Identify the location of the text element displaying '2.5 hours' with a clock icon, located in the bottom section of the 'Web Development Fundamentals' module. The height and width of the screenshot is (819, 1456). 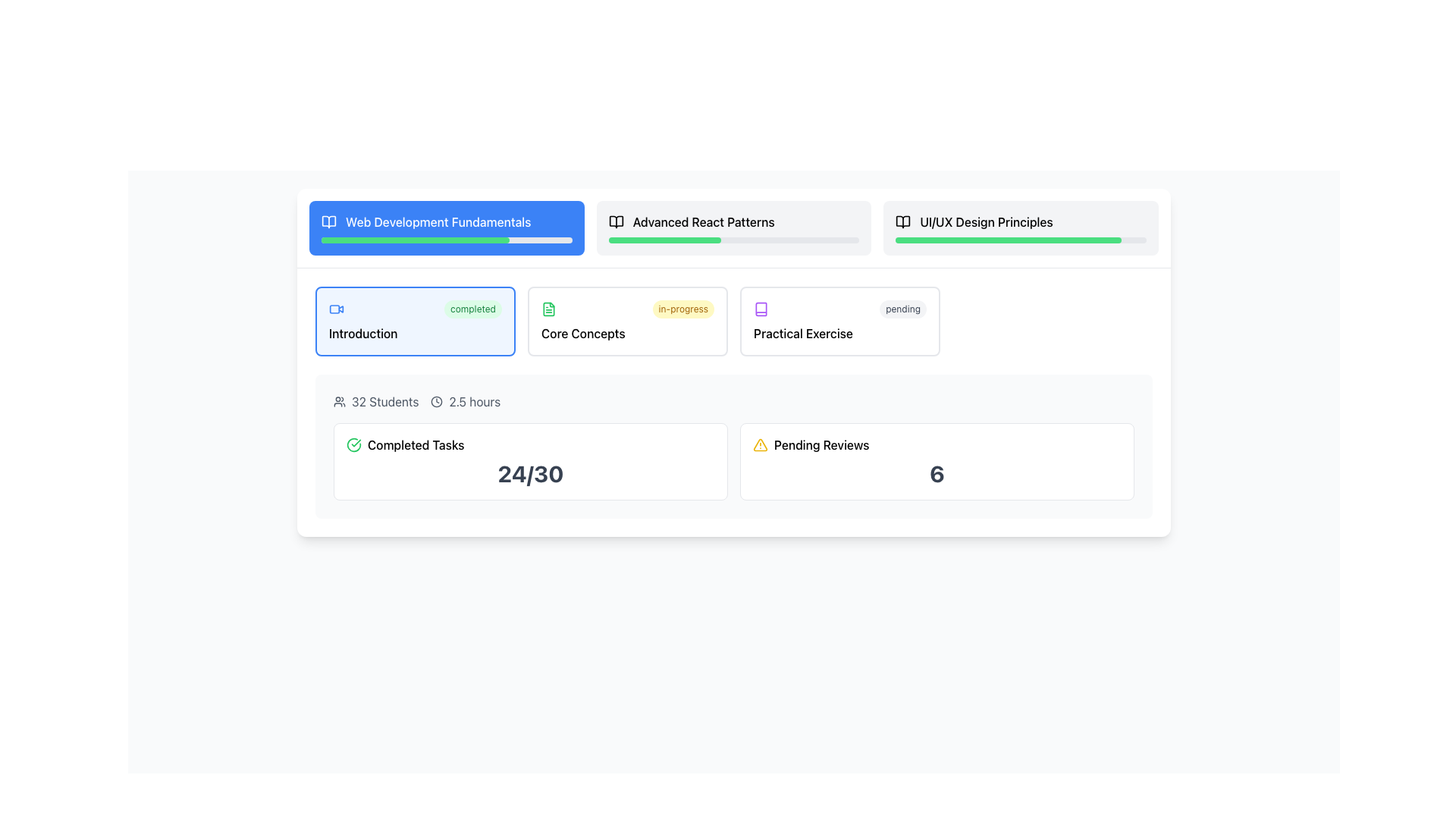
(465, 400).